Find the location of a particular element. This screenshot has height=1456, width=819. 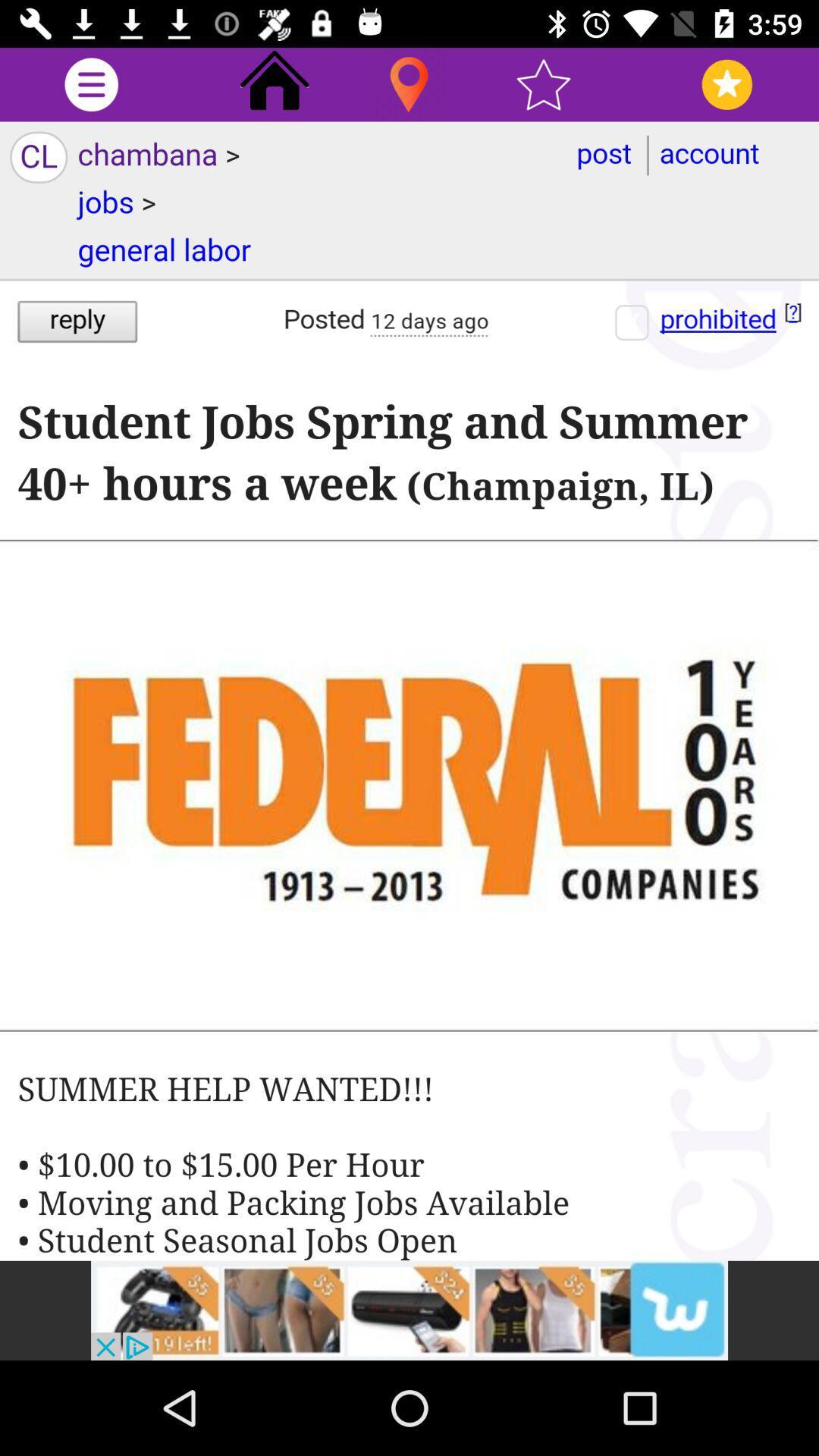

to favorites is located at coordinates (726, 83).